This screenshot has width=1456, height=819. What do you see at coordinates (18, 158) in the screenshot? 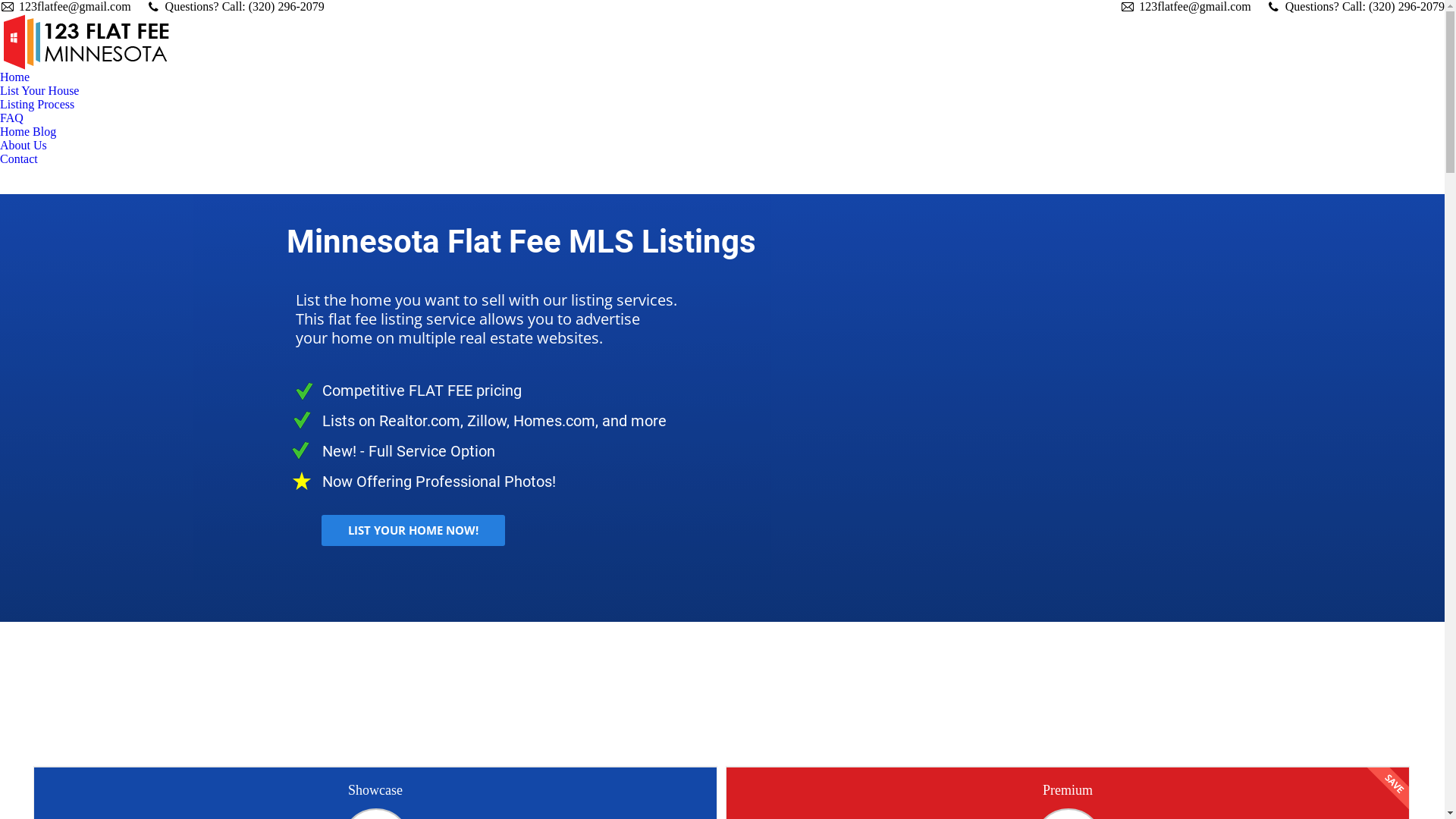
I see `'Contact'` at bounding box center [18, 158].